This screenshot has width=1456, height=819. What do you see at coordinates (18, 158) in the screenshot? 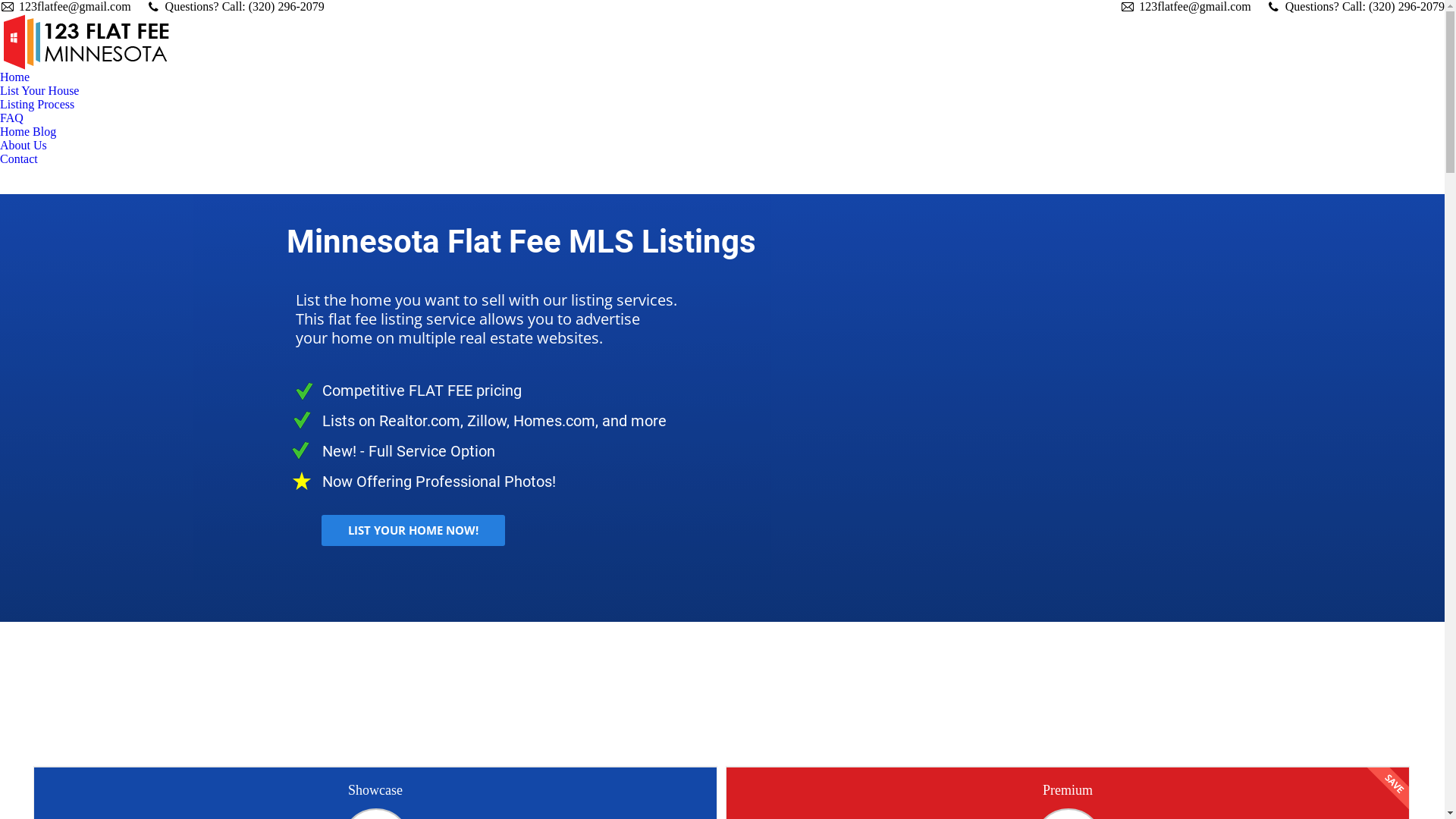
I see `'Contact'` at bounding box center [18, 158].